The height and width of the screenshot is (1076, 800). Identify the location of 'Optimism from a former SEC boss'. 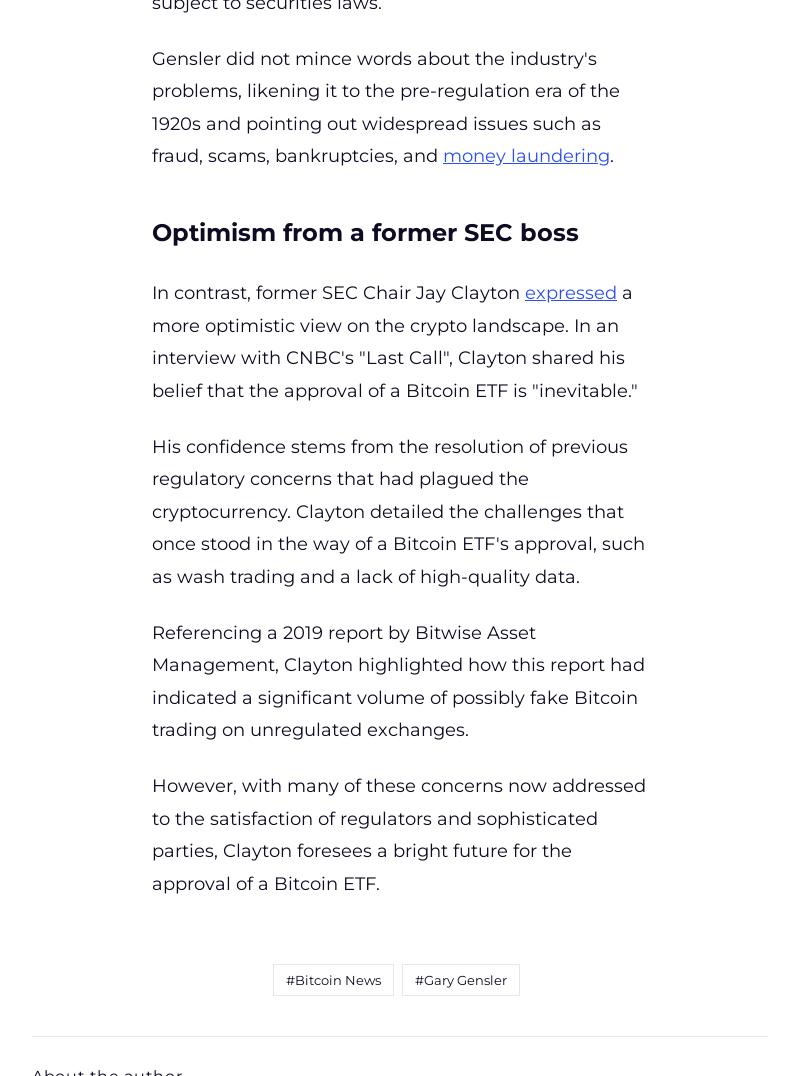
(152, 231).